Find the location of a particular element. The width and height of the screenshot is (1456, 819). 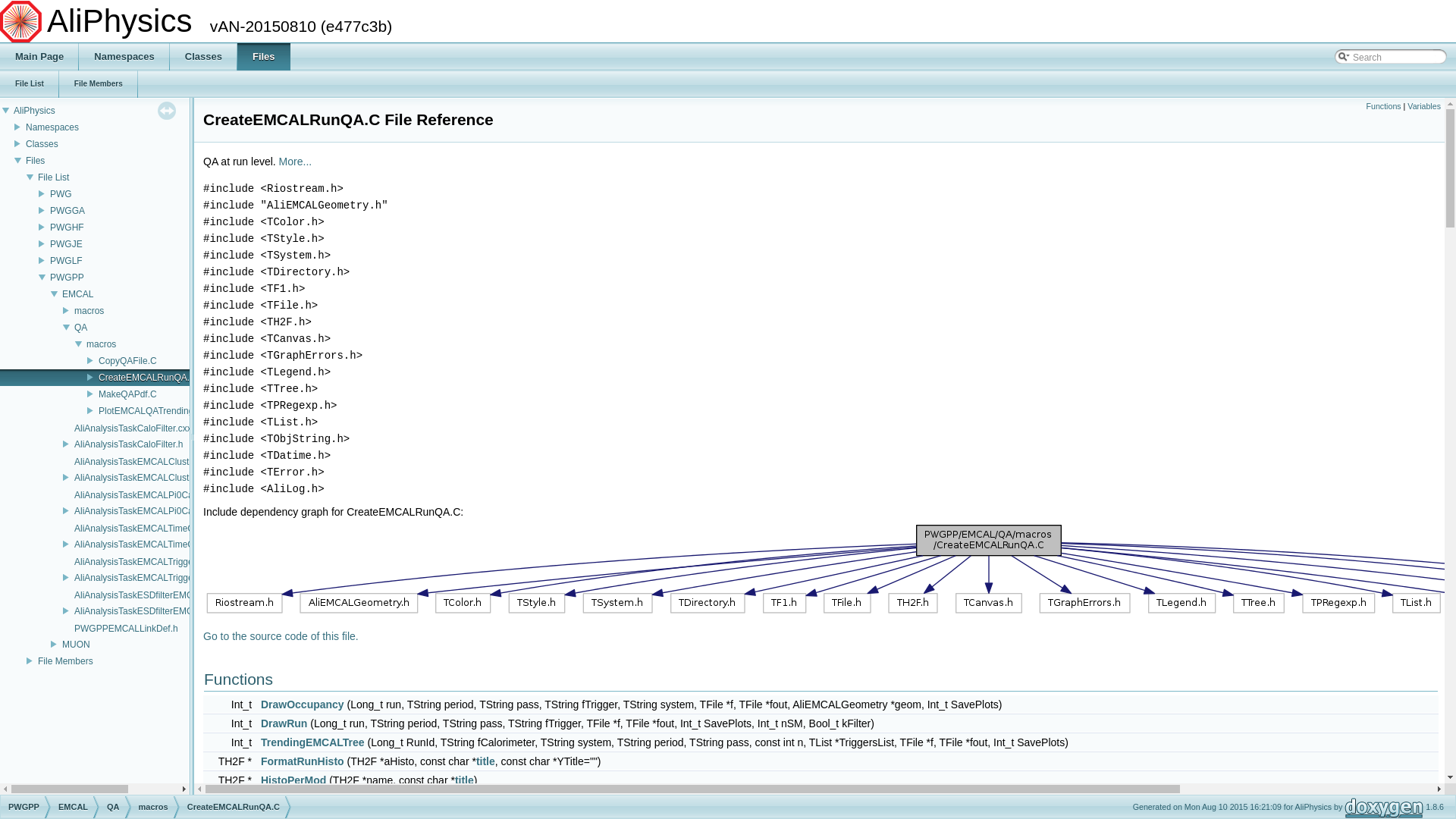

'MUON' is located at coordinates (75, 644).